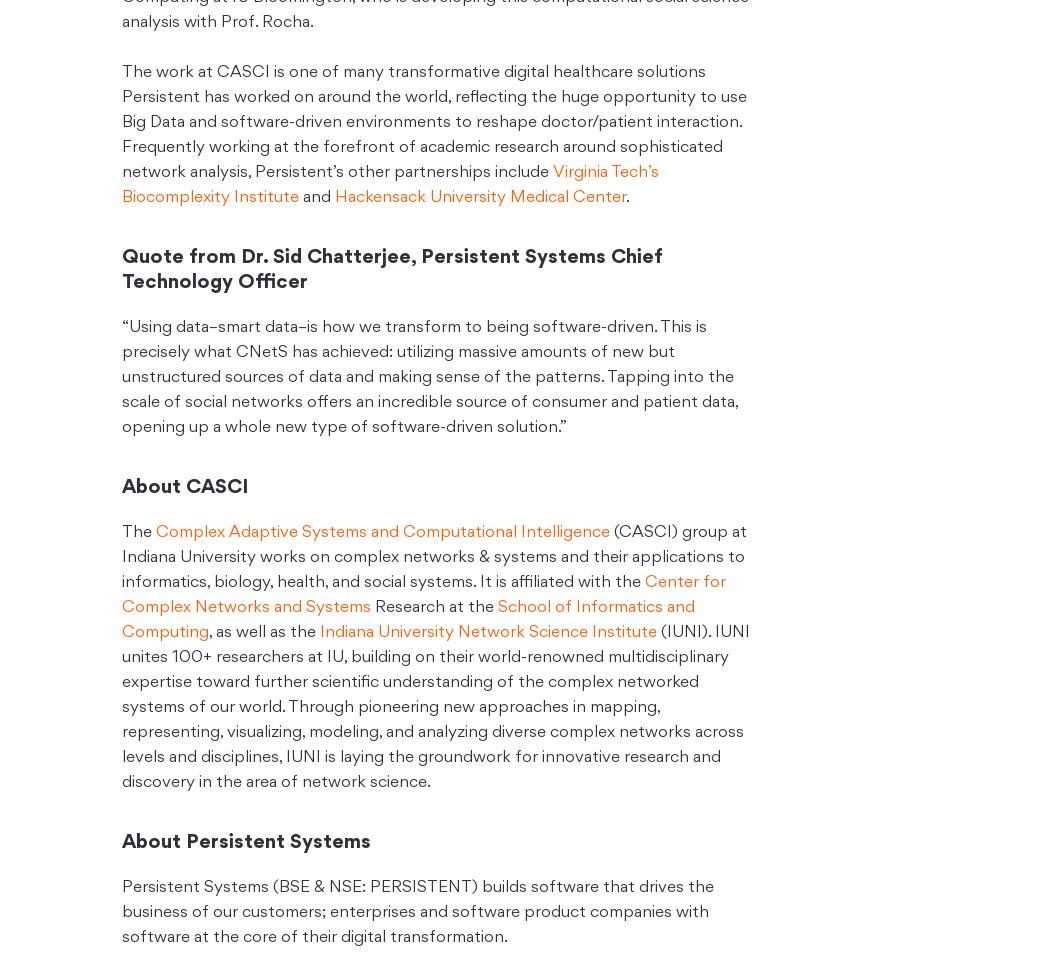 The height and width of the screenshot is (968, 1050). I want to click on 'Persistent Systems (BSE & NSE: PERSISTENT) builds software that drives the business of our customers; enterprises and software product companies with software at the core of their digital transformation.', so click(121, 913).